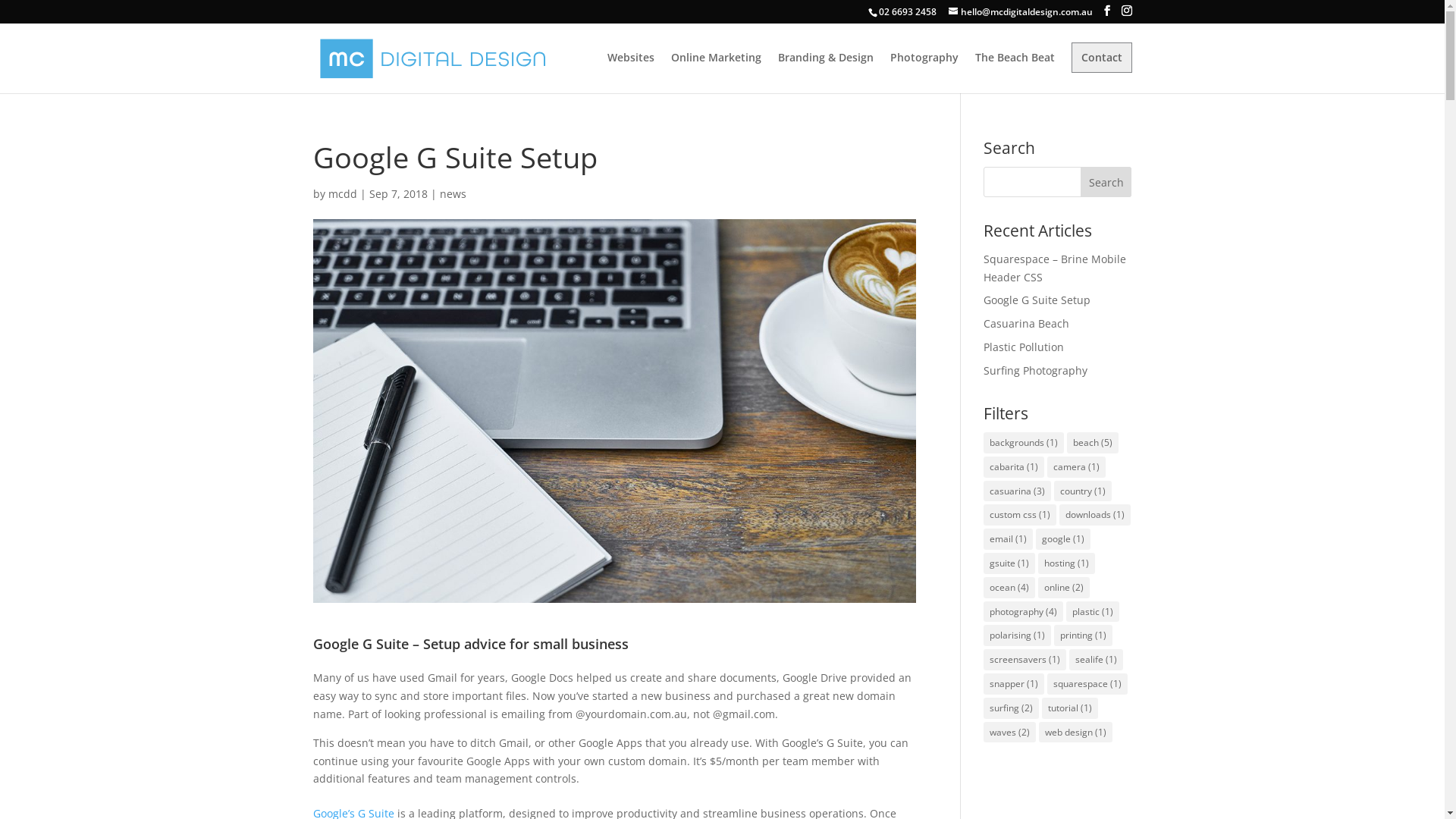 The height and width of the screenshot is (819, 1456). What do you see at coordinates (1026, 322) in the screenshot?
I see `'Casuarina Beach'` at bounding box center [1026, 322].